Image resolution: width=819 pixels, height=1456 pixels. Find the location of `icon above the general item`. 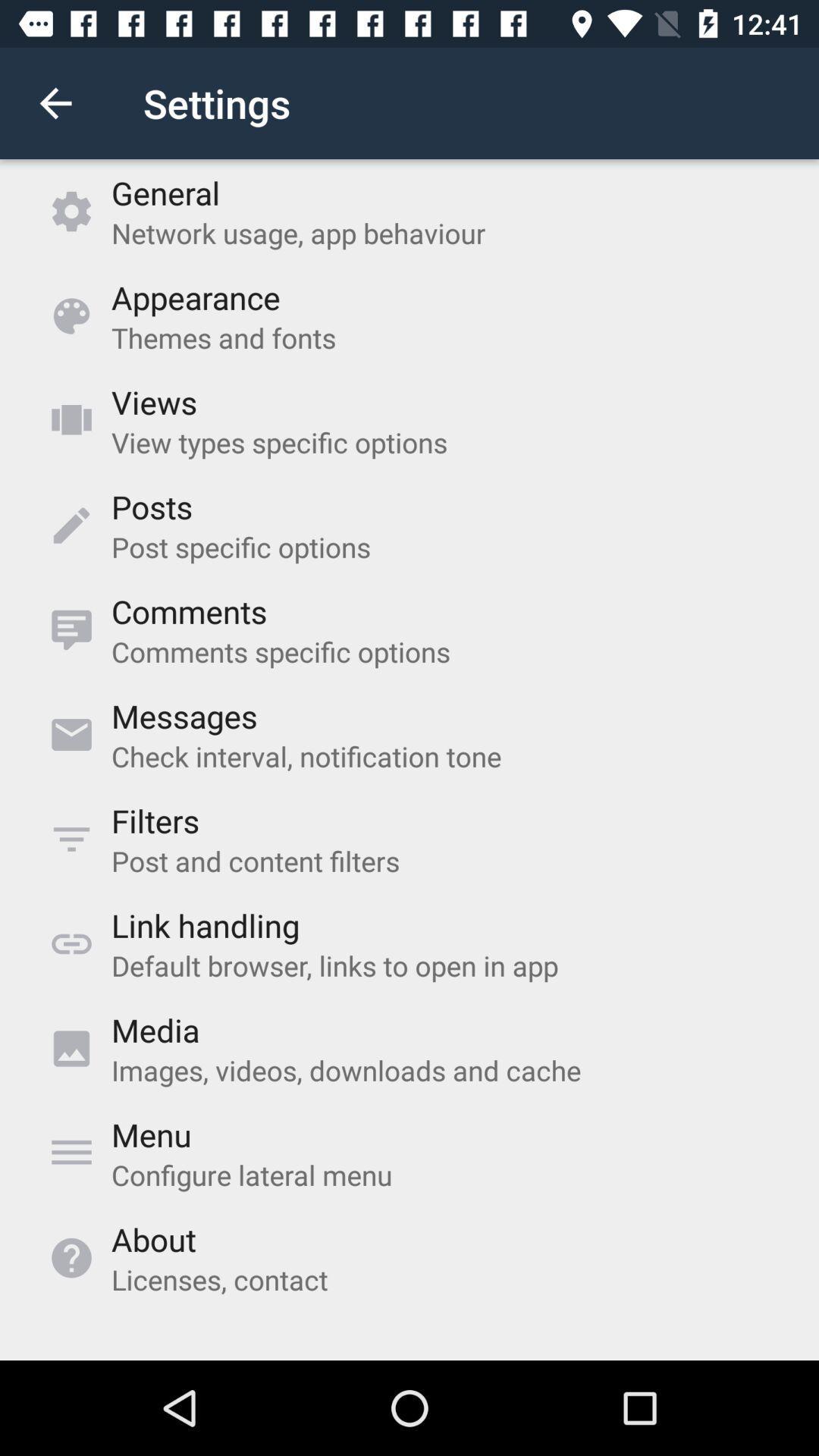

icon above the general item is located at coordinates (55, 102).